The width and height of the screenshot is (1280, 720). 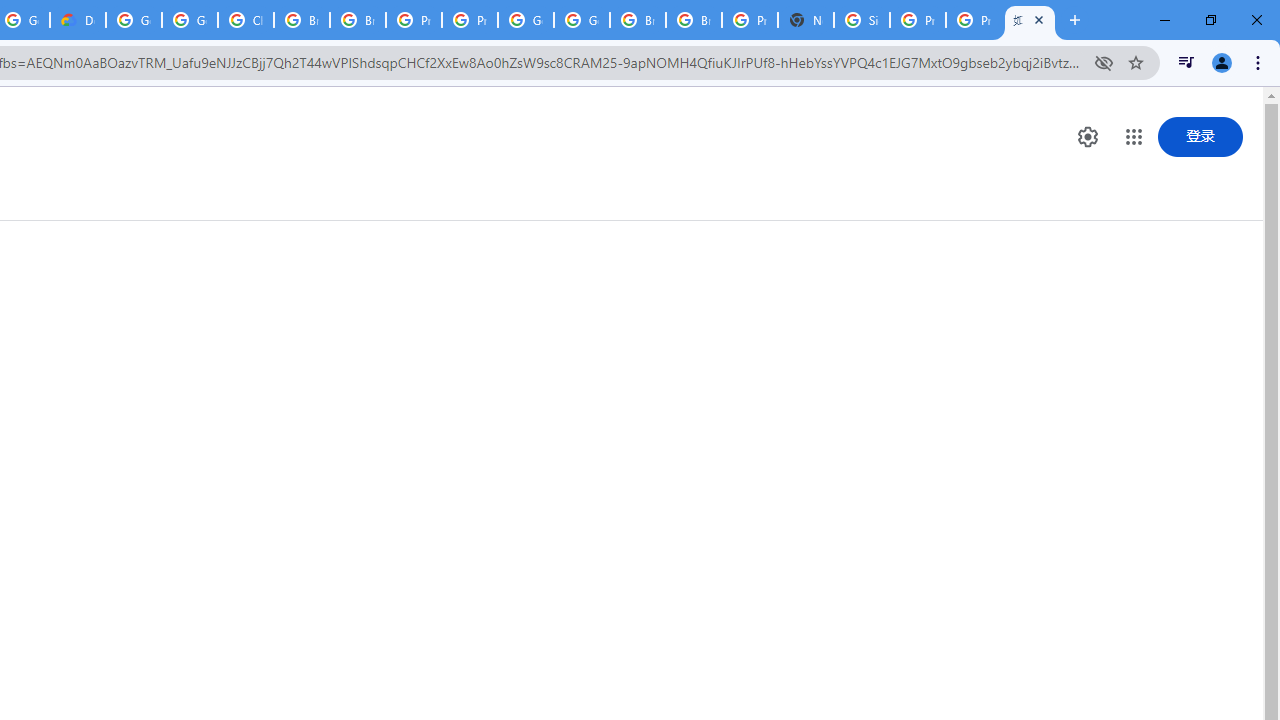 What do you see at coordinates (862, 20) in the screenshot?
I see `'Sign in - Google Accounts'` at bounding box center [862, 20].